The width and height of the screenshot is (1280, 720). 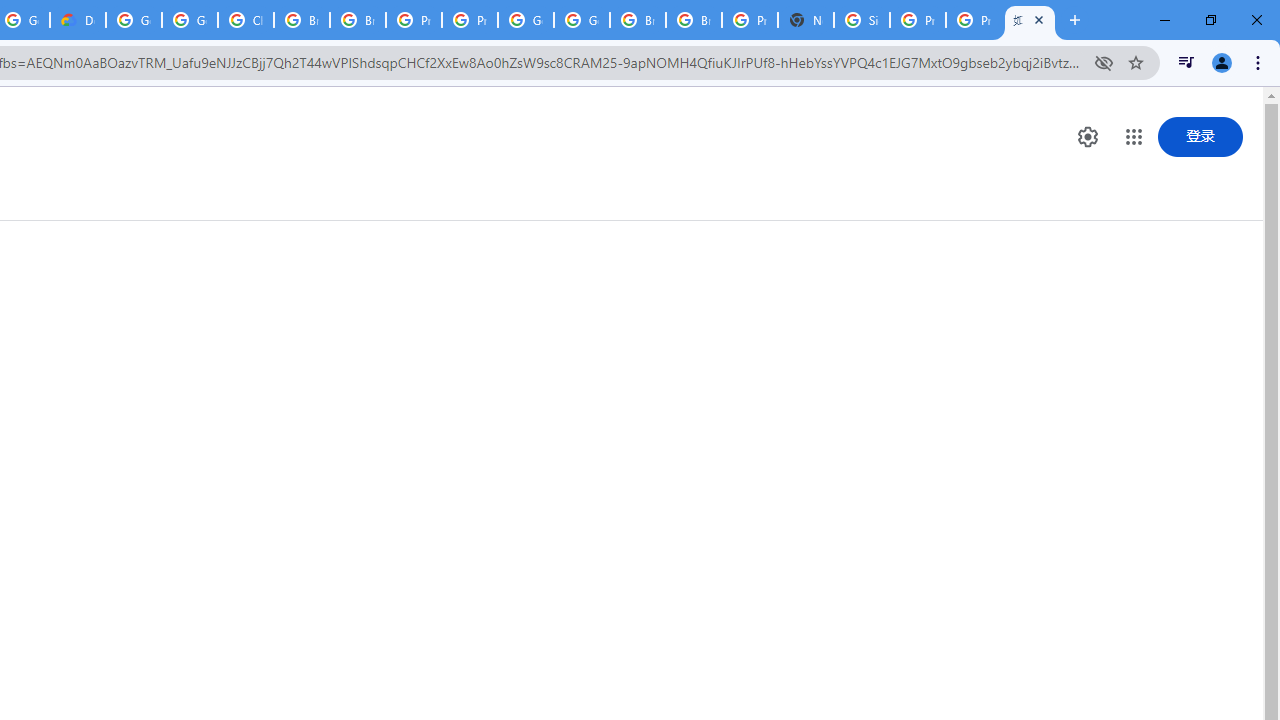 What do you see at coordinates (862, 20) in the screenshot?
I see `'Sign in - Google Accounts'` at bounding box center [862, 20].